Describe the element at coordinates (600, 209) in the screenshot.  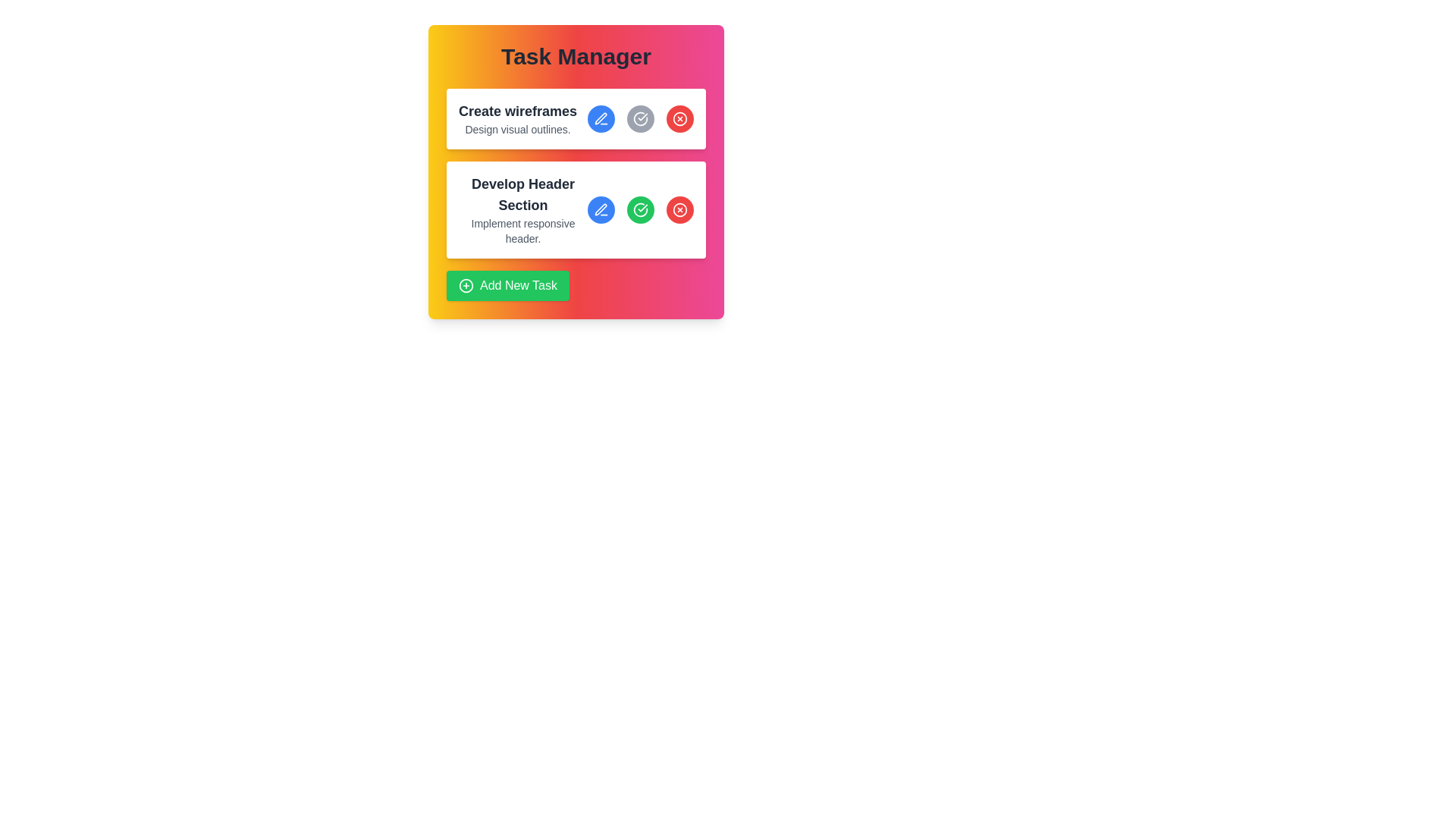
I see `the pen icon located in the second task item row` at that location.